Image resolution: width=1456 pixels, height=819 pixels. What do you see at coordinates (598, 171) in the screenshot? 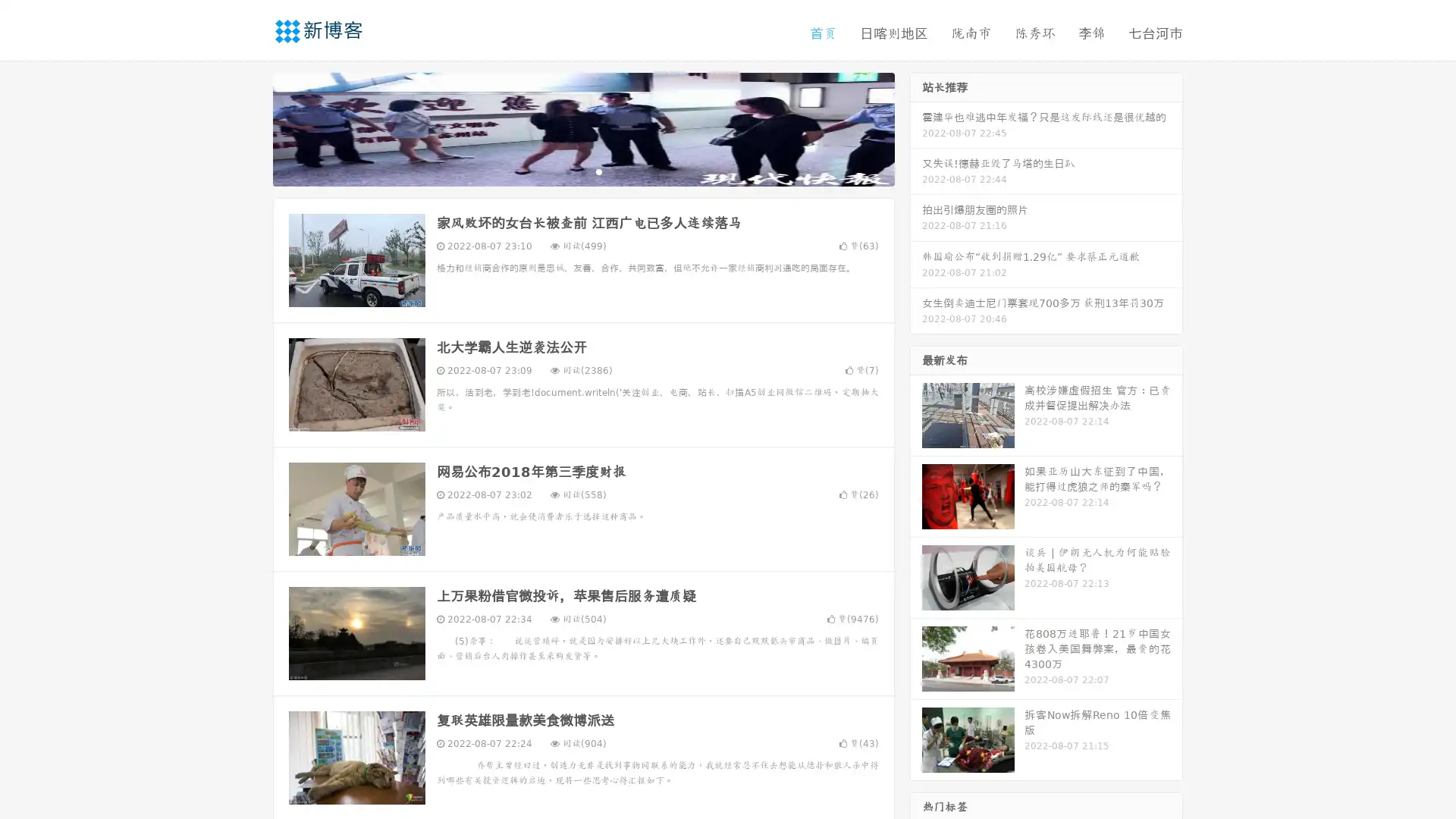
I see `Go to slide 3` at bounding box center [598, 171].